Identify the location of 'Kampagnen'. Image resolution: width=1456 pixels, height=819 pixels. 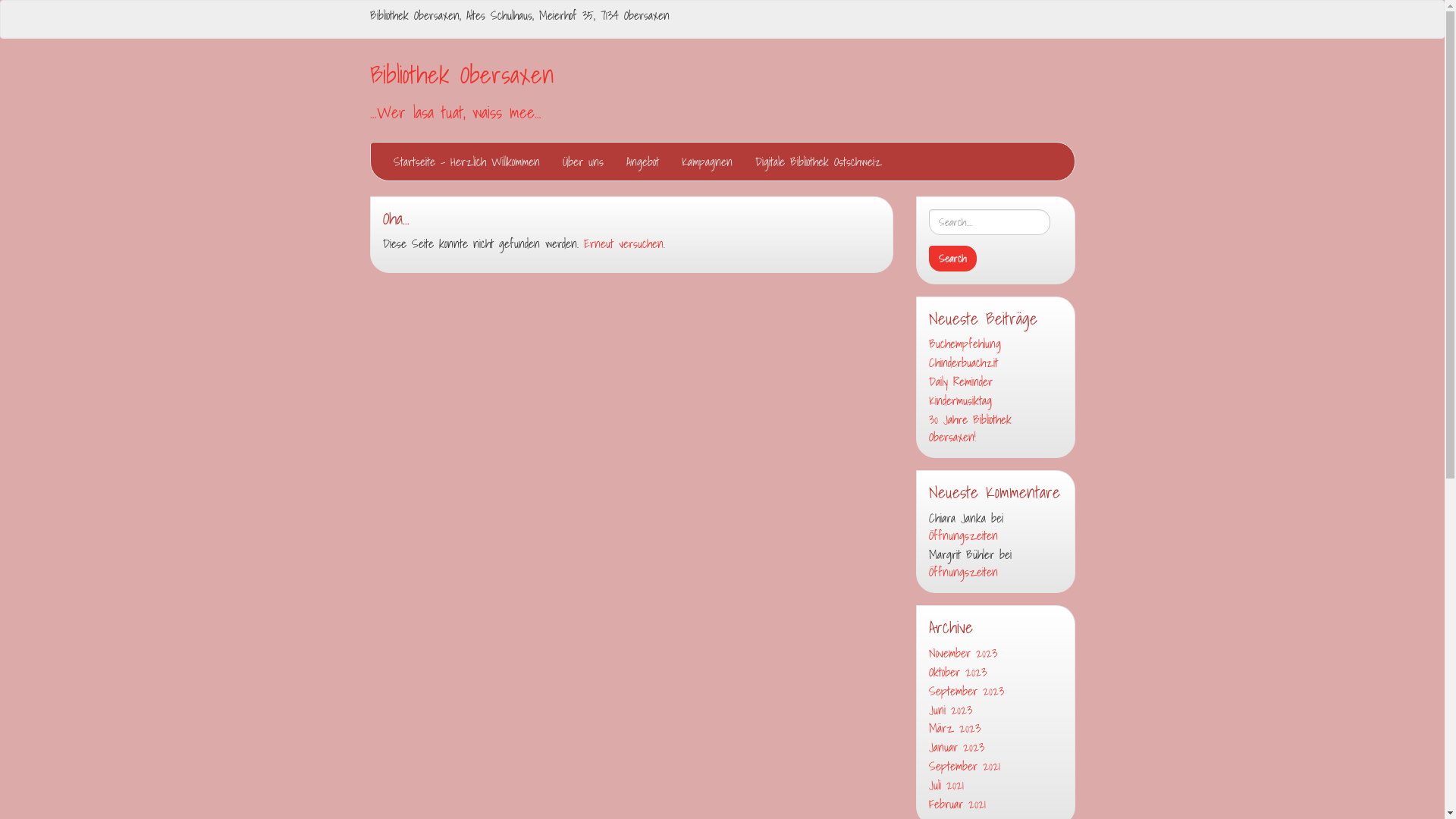
(706, 161).